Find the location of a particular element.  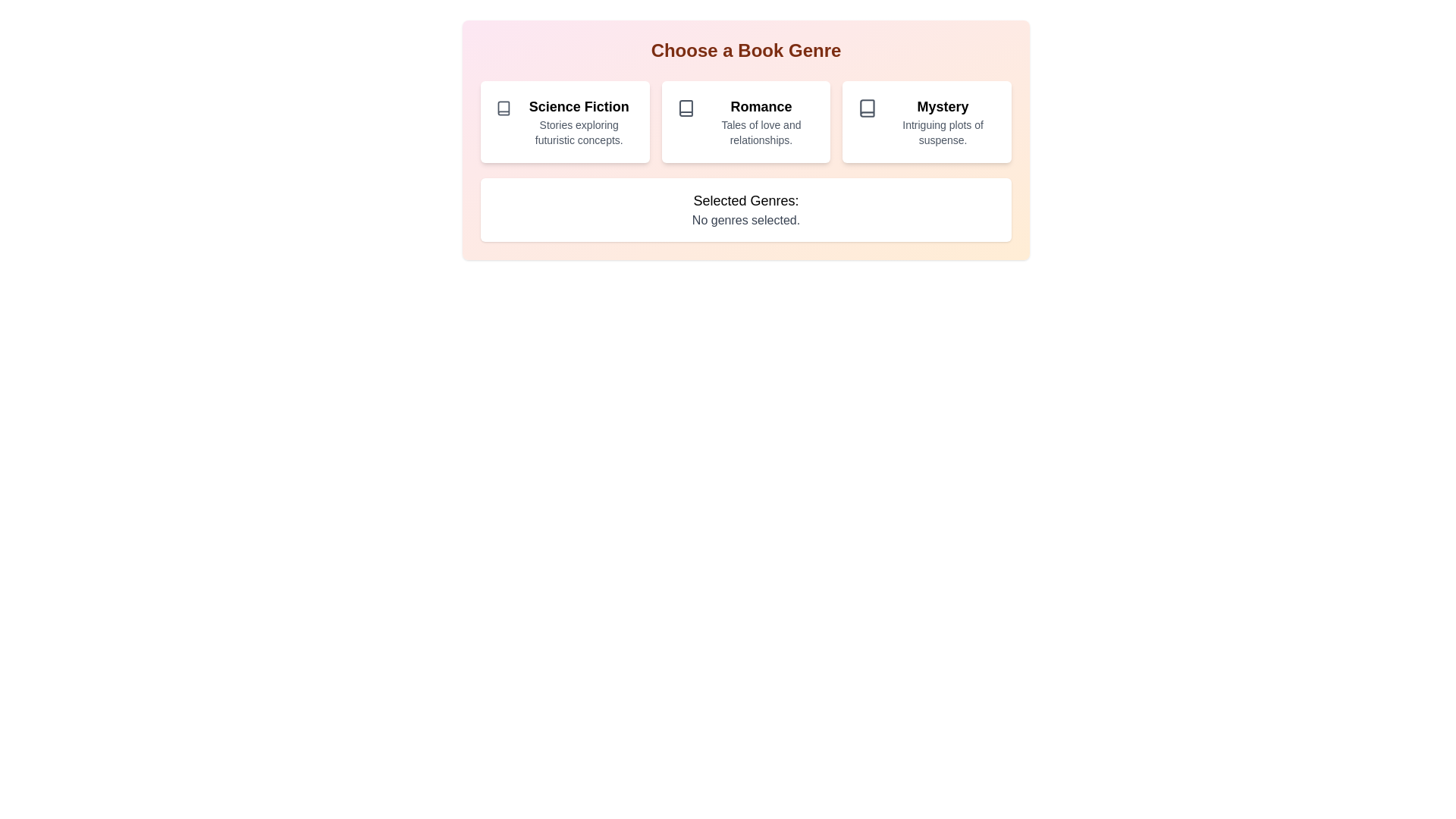

the graphical icon representing the 'Romance' genre option located in the middle of the horizontal row of genre options under 'Choose a Book Genre' is located at coordinates (685, 107).